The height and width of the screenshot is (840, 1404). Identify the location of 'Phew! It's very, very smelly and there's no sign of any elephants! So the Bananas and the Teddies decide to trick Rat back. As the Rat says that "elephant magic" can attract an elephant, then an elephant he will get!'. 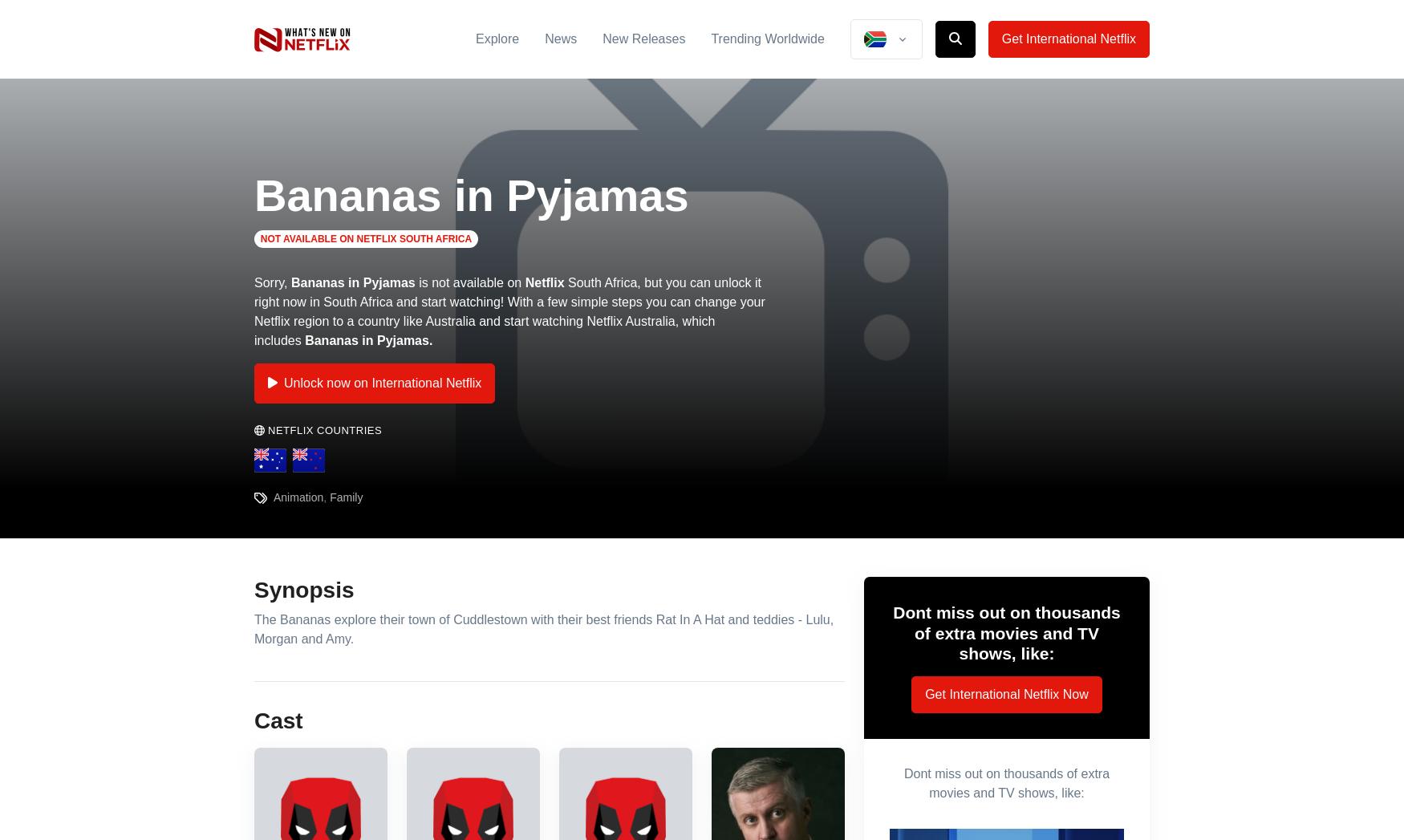
(643, 214).